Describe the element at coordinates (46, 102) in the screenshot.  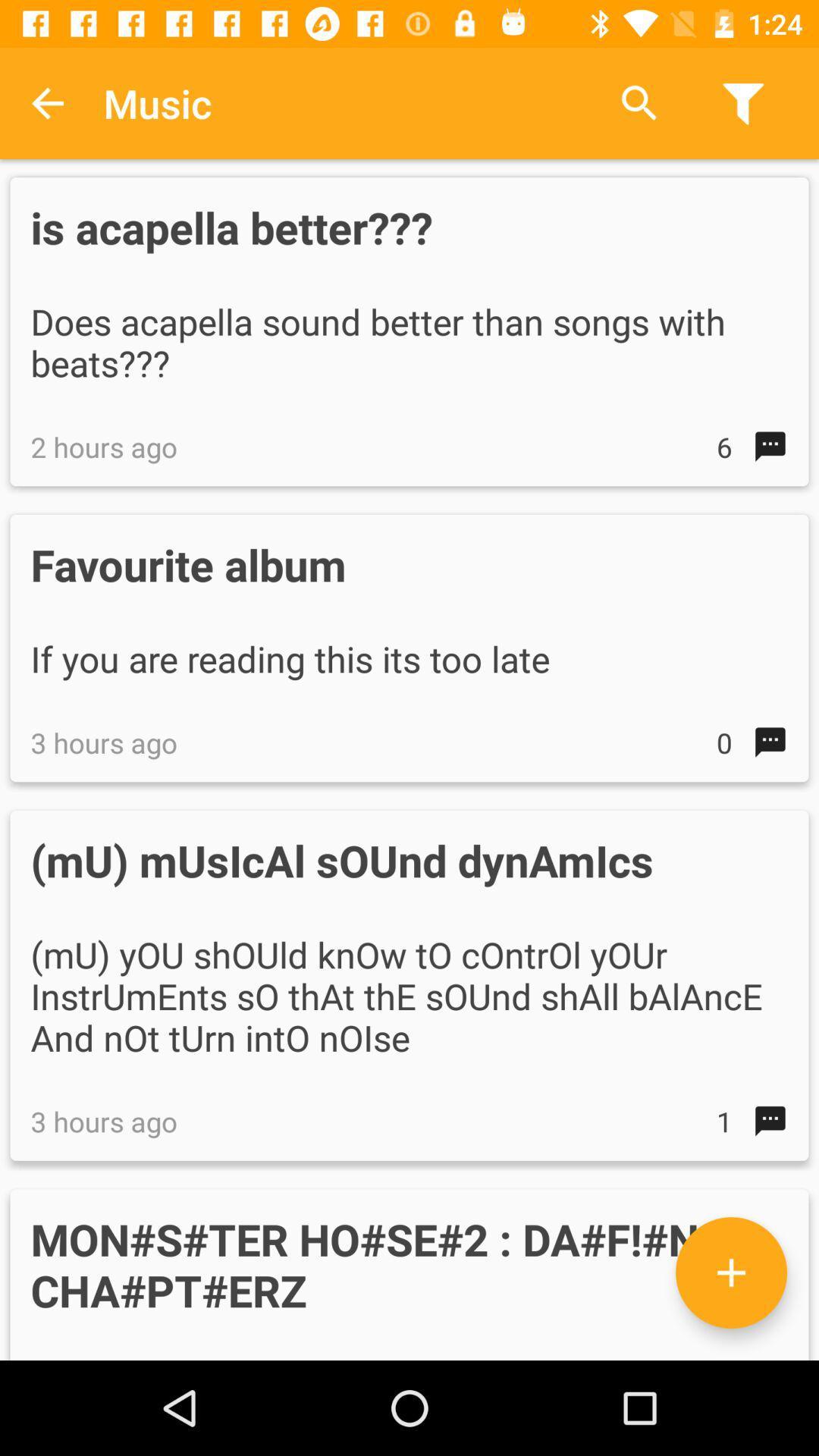
I see `app next to the music icon` at that location.